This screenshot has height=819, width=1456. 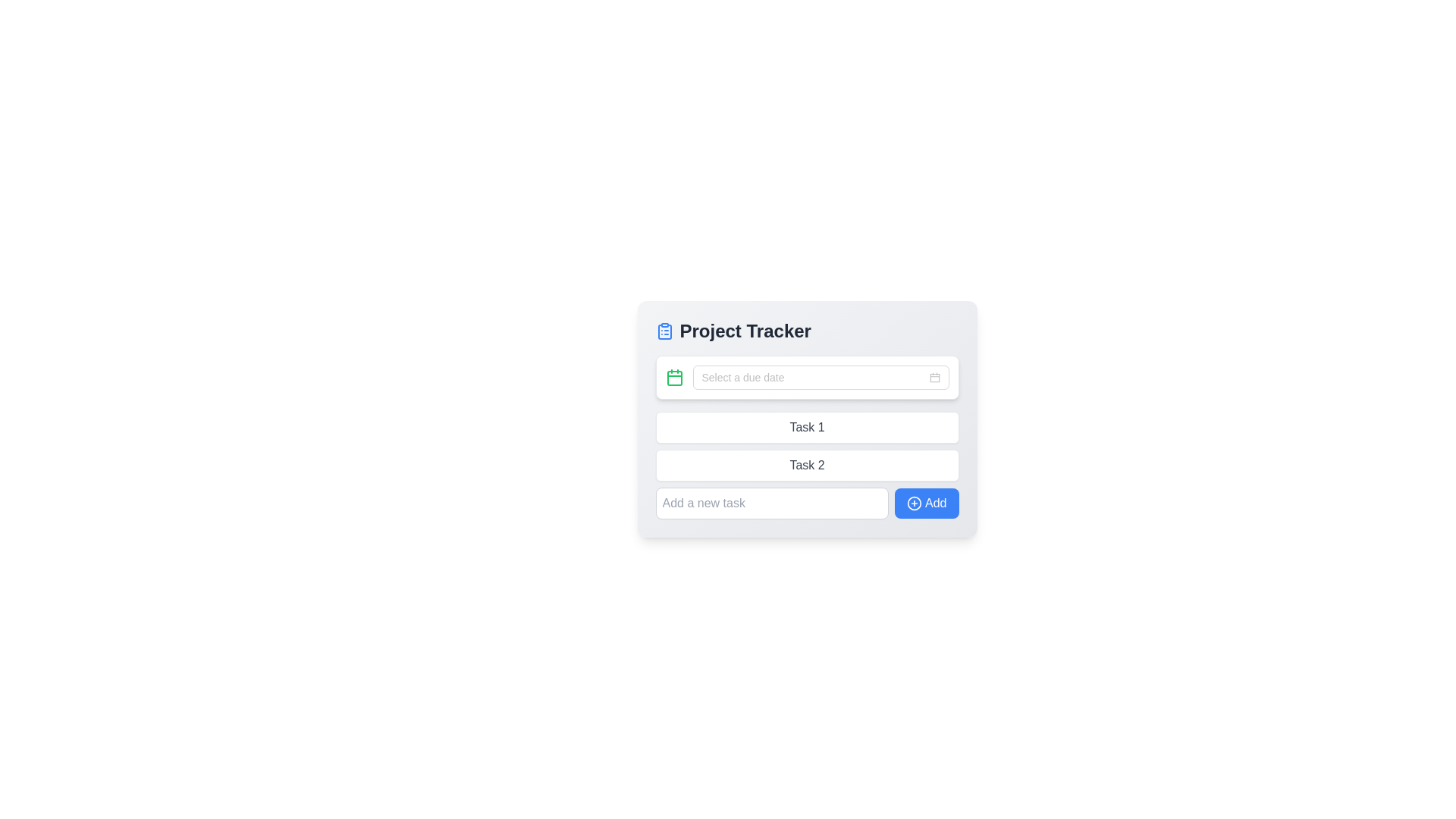 I want to click on the circular plus icon within the 'Add' button located at the bottom right of the task management interface, so click(x=913, y=503).